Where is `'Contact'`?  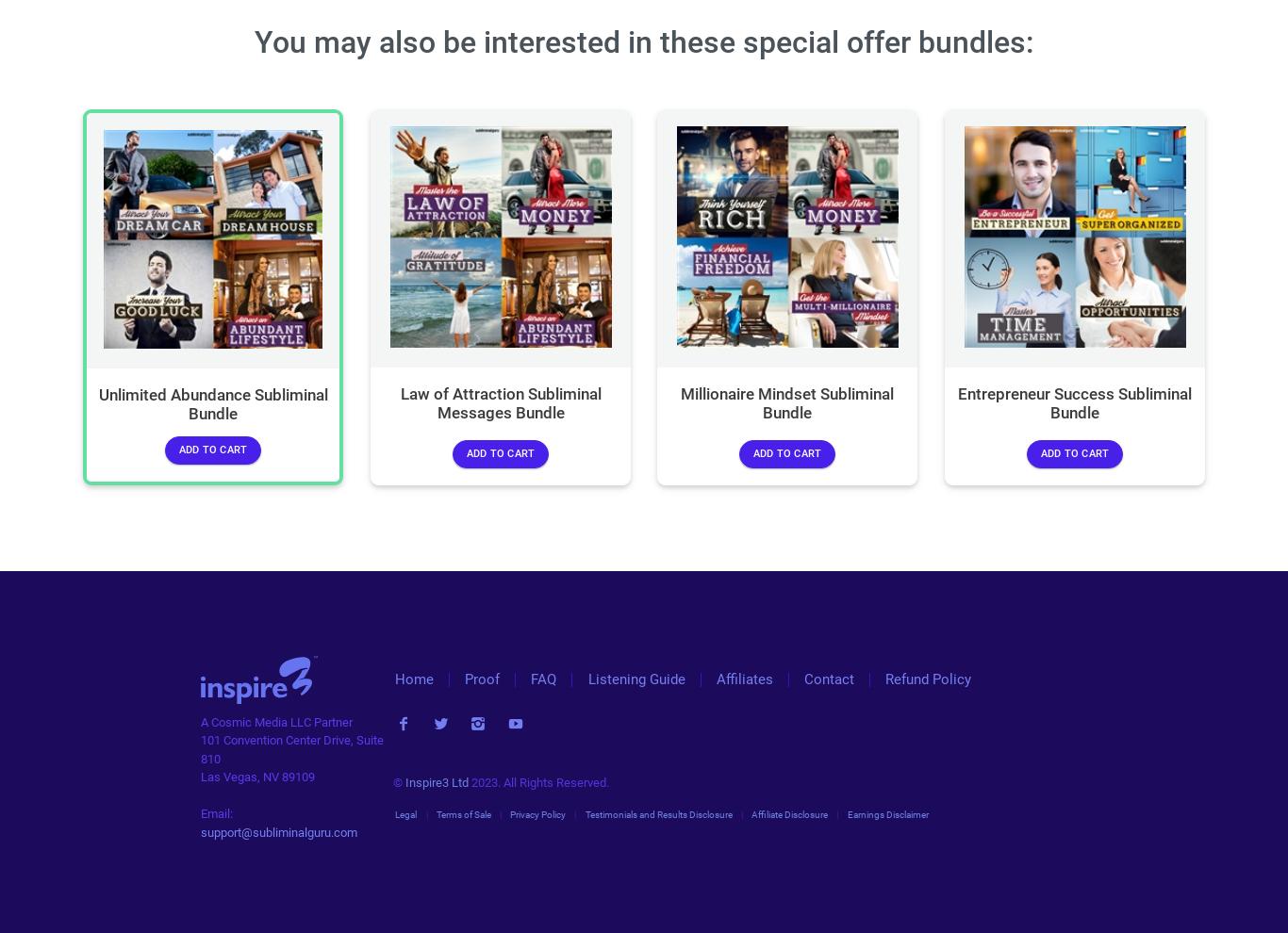 'Contact' is located at coordinates (827, 679).